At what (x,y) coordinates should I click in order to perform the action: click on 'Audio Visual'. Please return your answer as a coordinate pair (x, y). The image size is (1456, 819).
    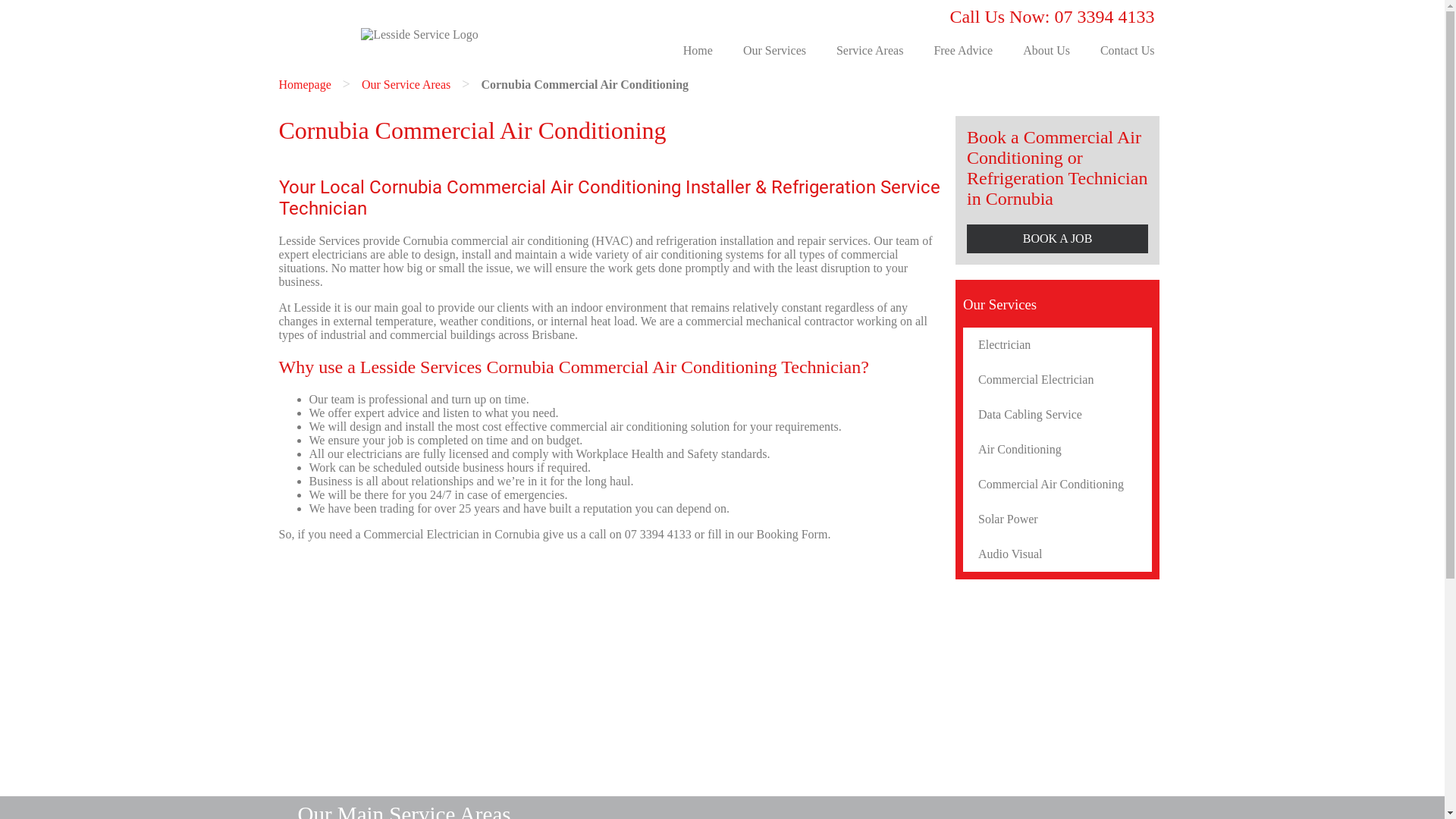
    Looking at the image, I should click on (1056, 554).